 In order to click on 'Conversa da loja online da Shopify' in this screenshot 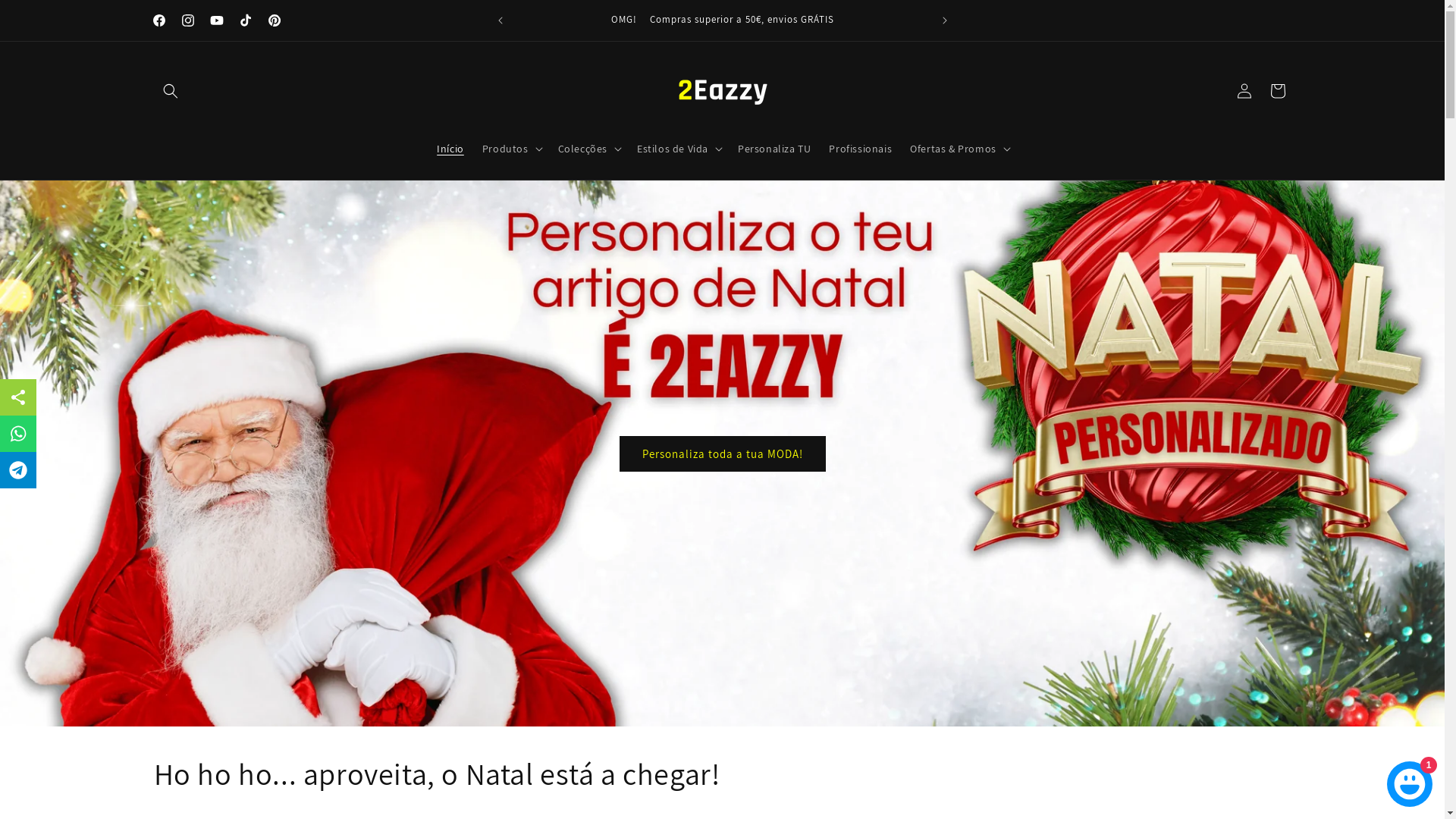, I will do `click(1408, 780)`.